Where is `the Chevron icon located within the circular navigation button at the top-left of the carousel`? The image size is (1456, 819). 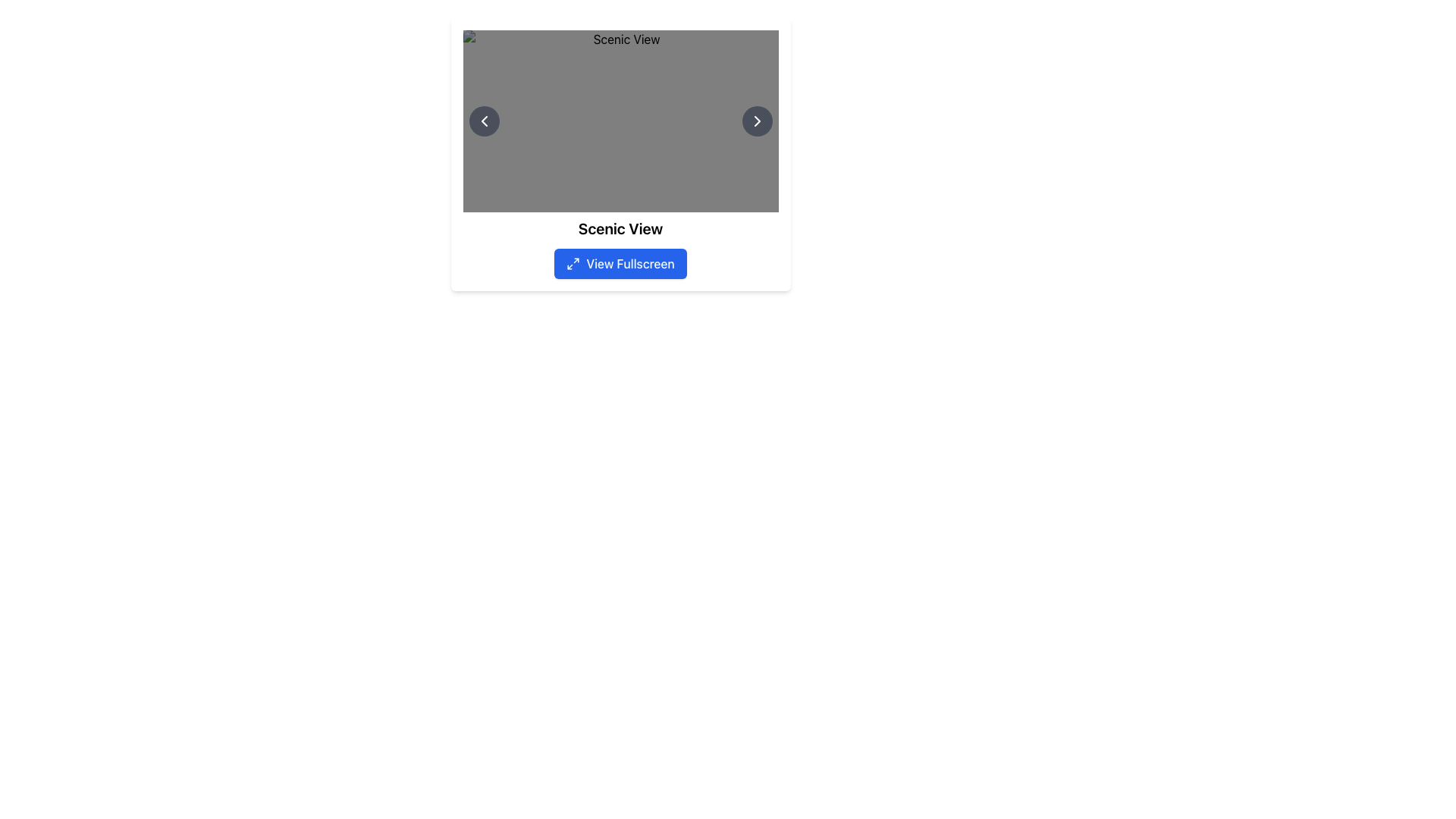 the Chevron icon located within the circular navigation button at the top-left of the carousel is located at coordinates (483, 120).